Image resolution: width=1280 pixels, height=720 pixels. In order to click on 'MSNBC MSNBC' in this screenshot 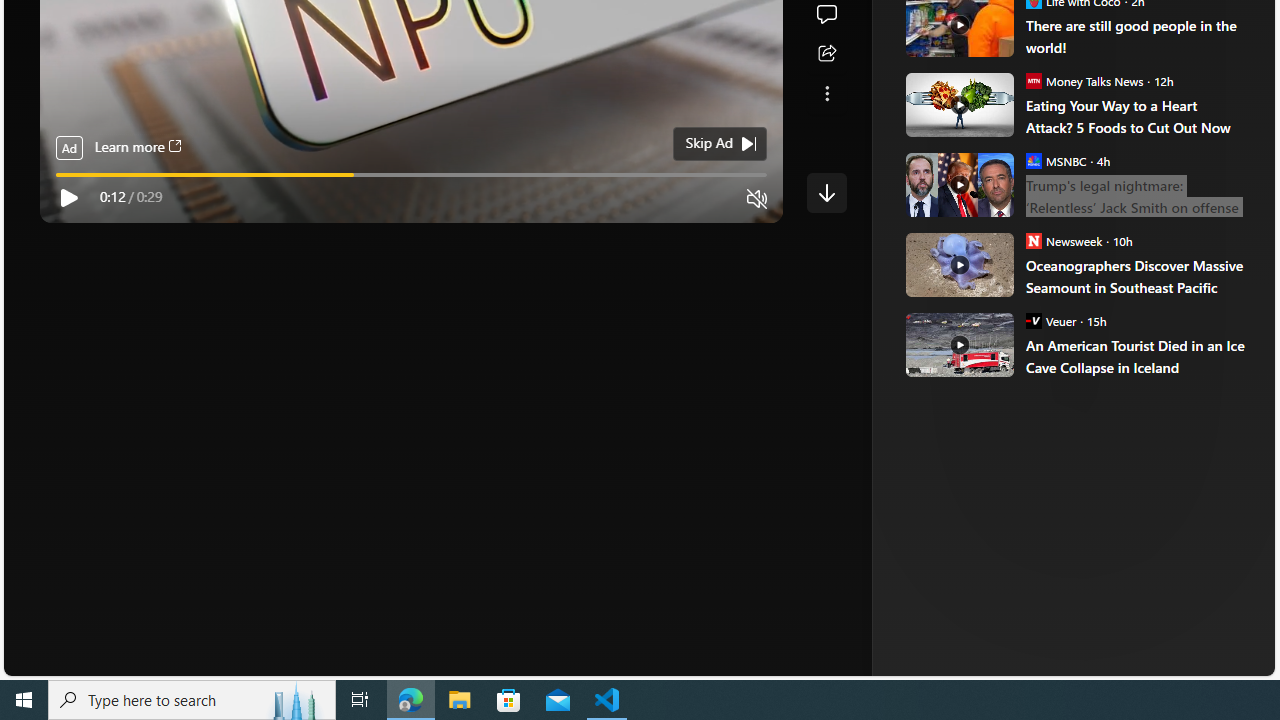, I will do `click(1055, 159)`.